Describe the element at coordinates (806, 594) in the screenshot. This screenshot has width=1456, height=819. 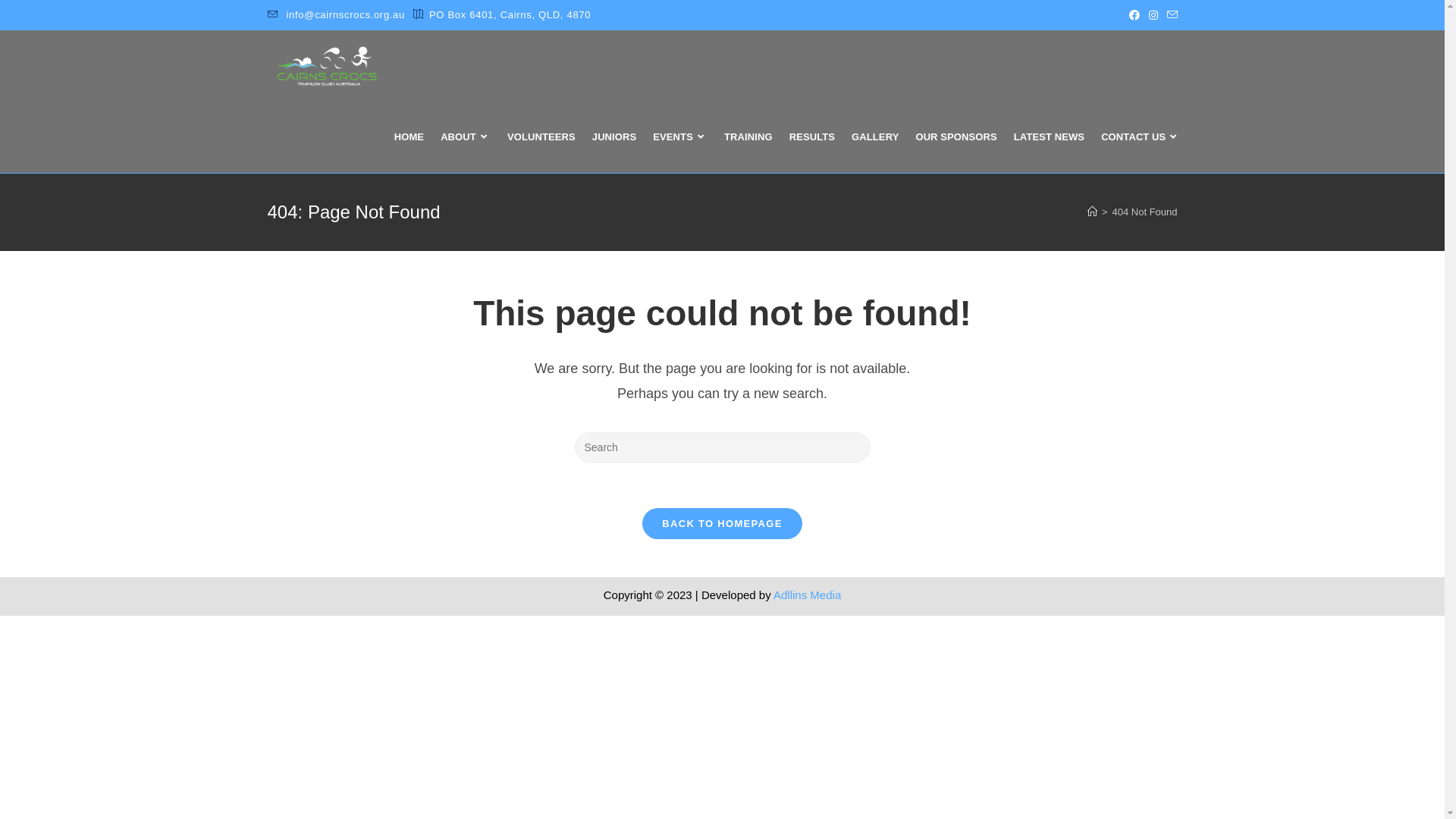
I see `'Adllins Media'` at that location.